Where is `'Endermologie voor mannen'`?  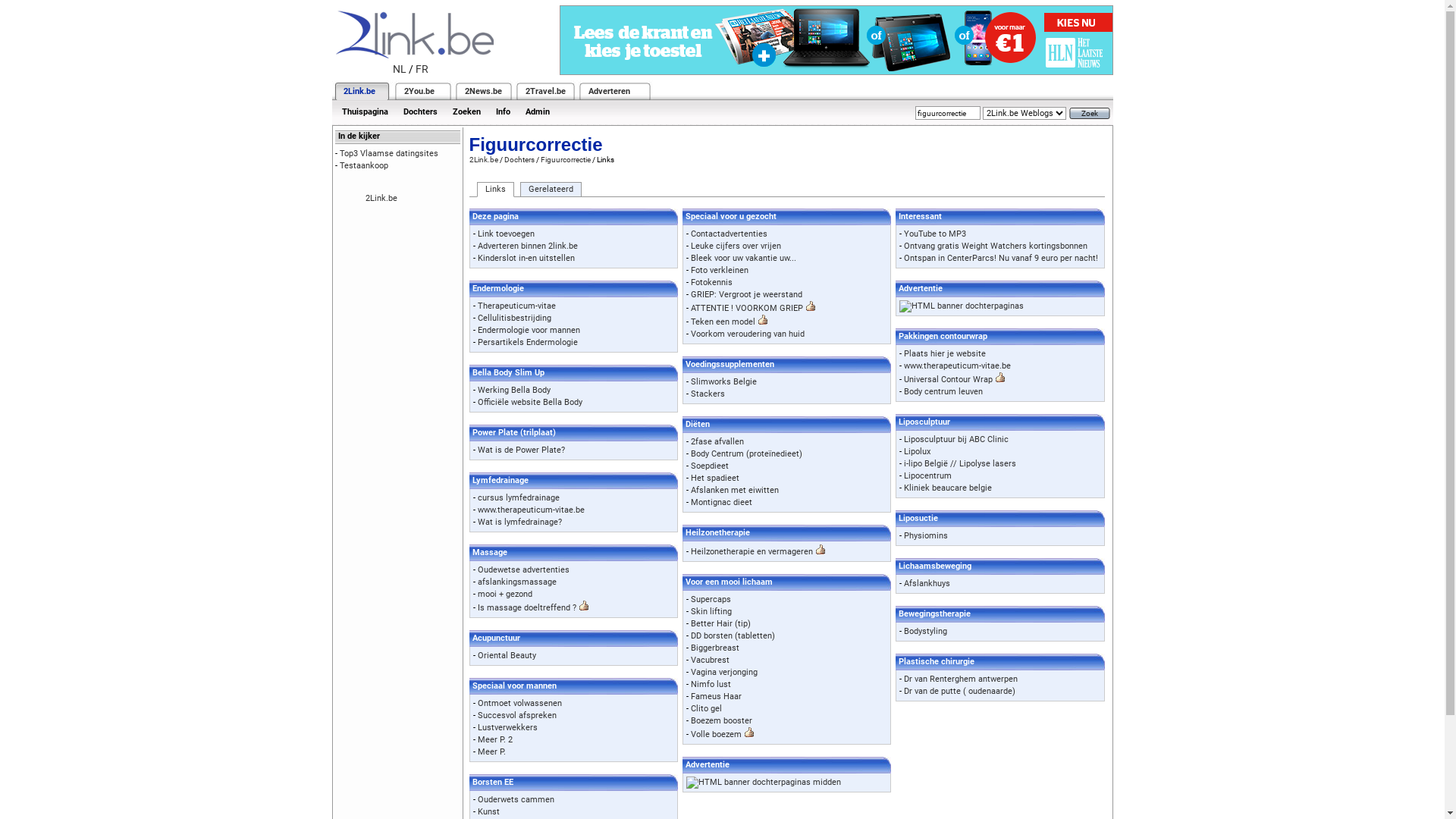
'Endermologie voor mannen' is located at coordinates (529, 329).